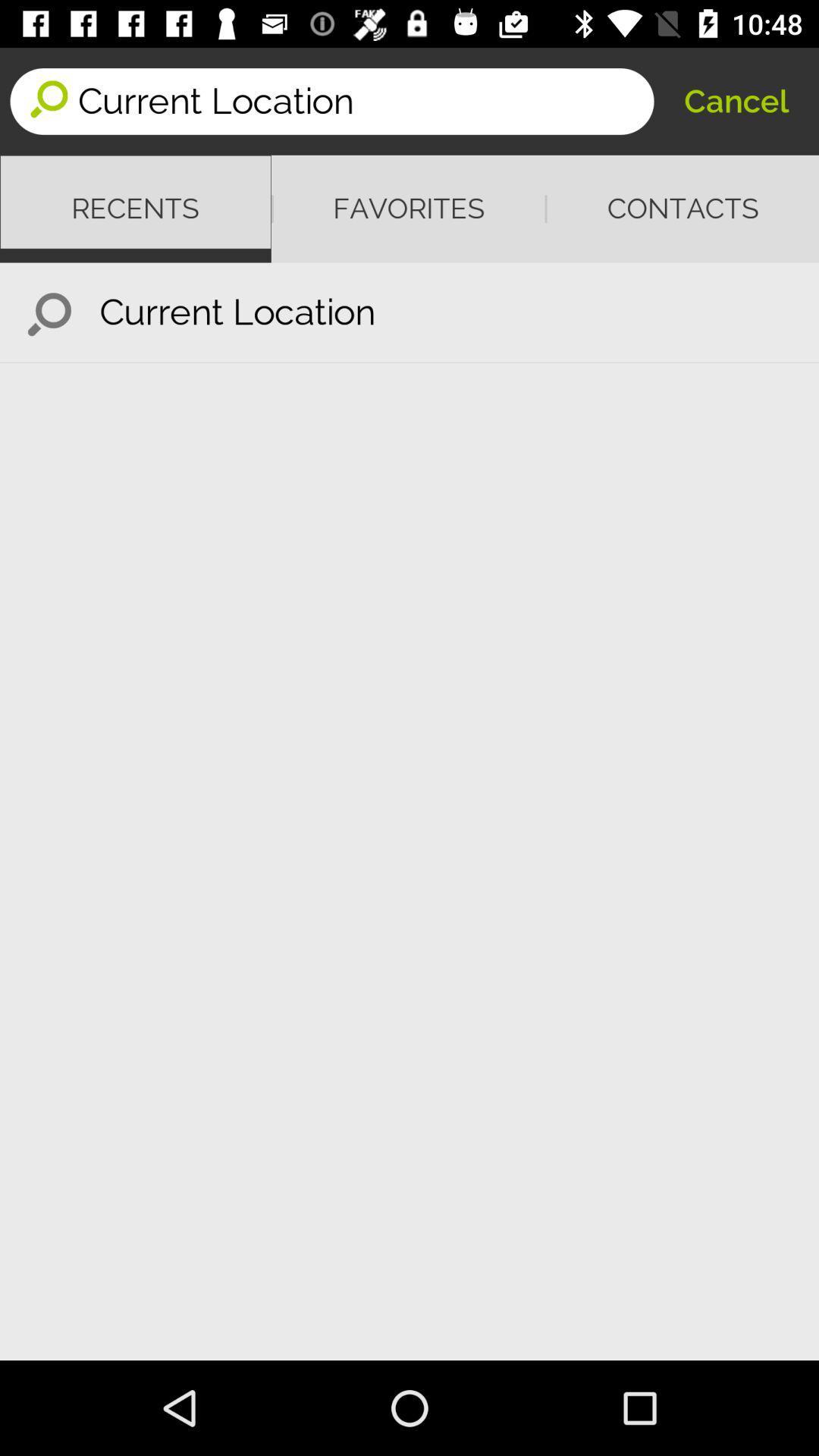 This screenshot has height=1456, width=819. Describe the element at coordinates (736, 100) in the screenshot. I see `the icon above contacts item` at that location.